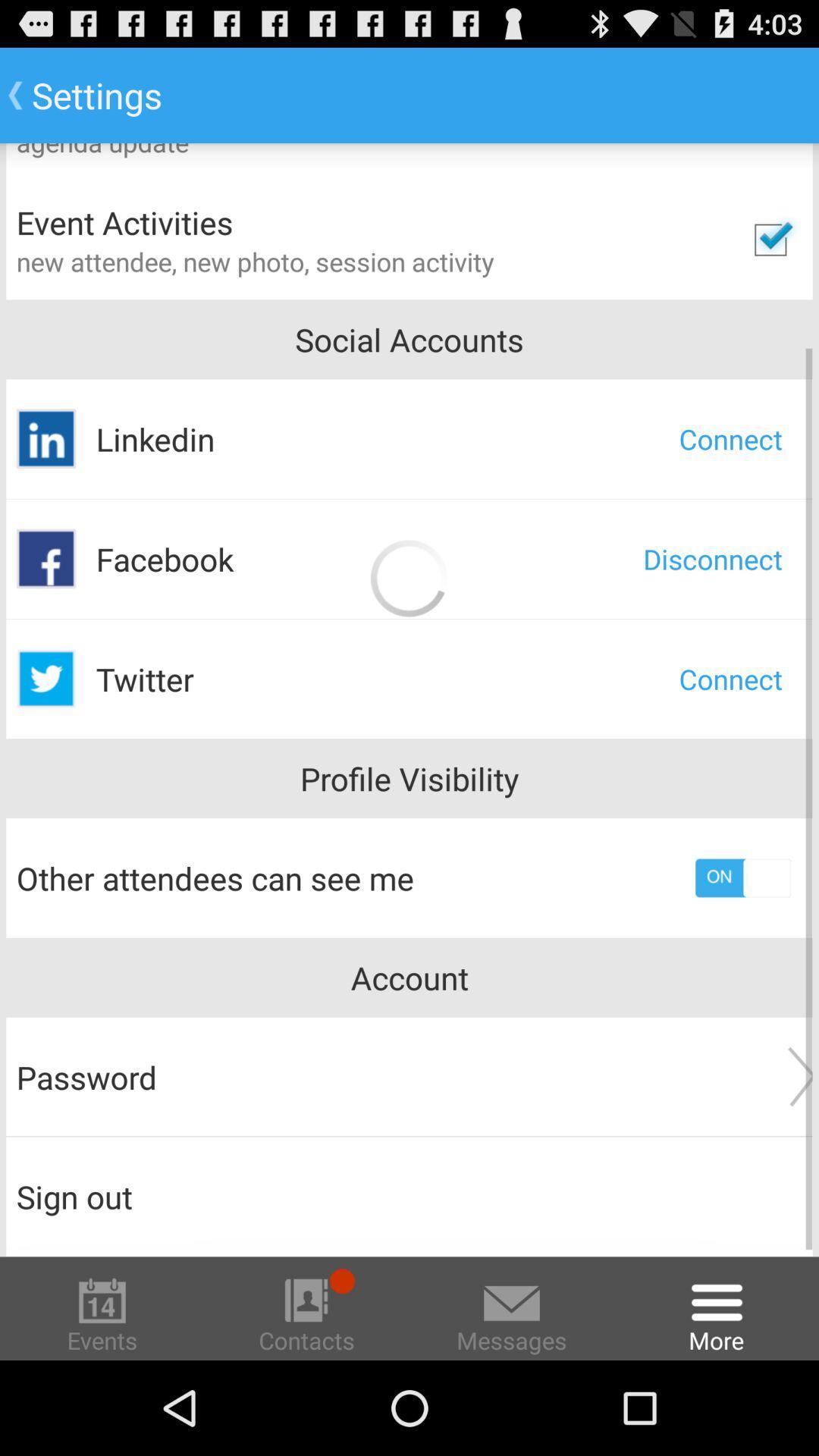 This screenshot has height=1456, width=819. I want to click on on button, so click(742, 877).